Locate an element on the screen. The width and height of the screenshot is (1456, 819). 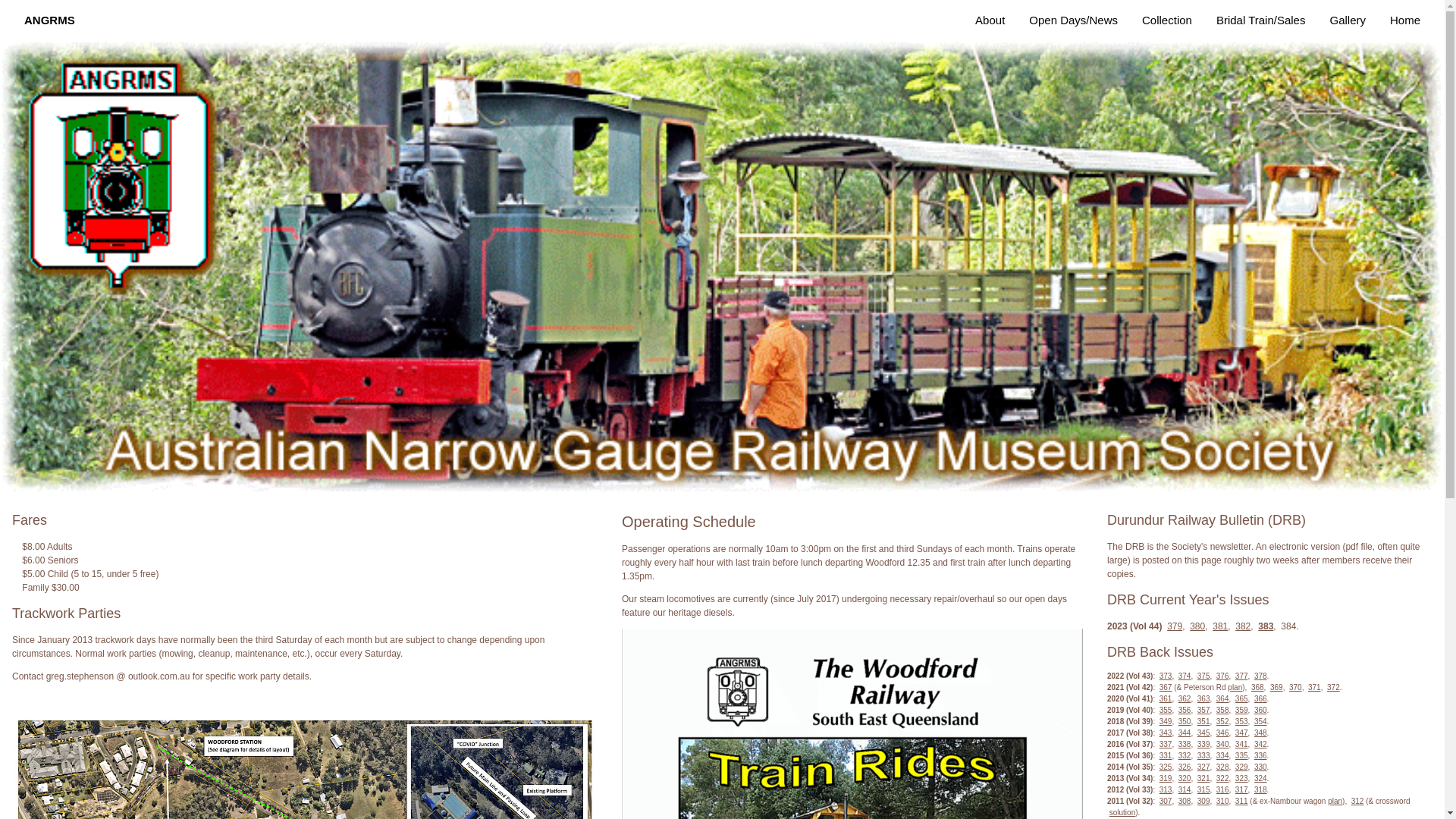
'Bridal Train/Sales' is located at coordinates (1260, 20).